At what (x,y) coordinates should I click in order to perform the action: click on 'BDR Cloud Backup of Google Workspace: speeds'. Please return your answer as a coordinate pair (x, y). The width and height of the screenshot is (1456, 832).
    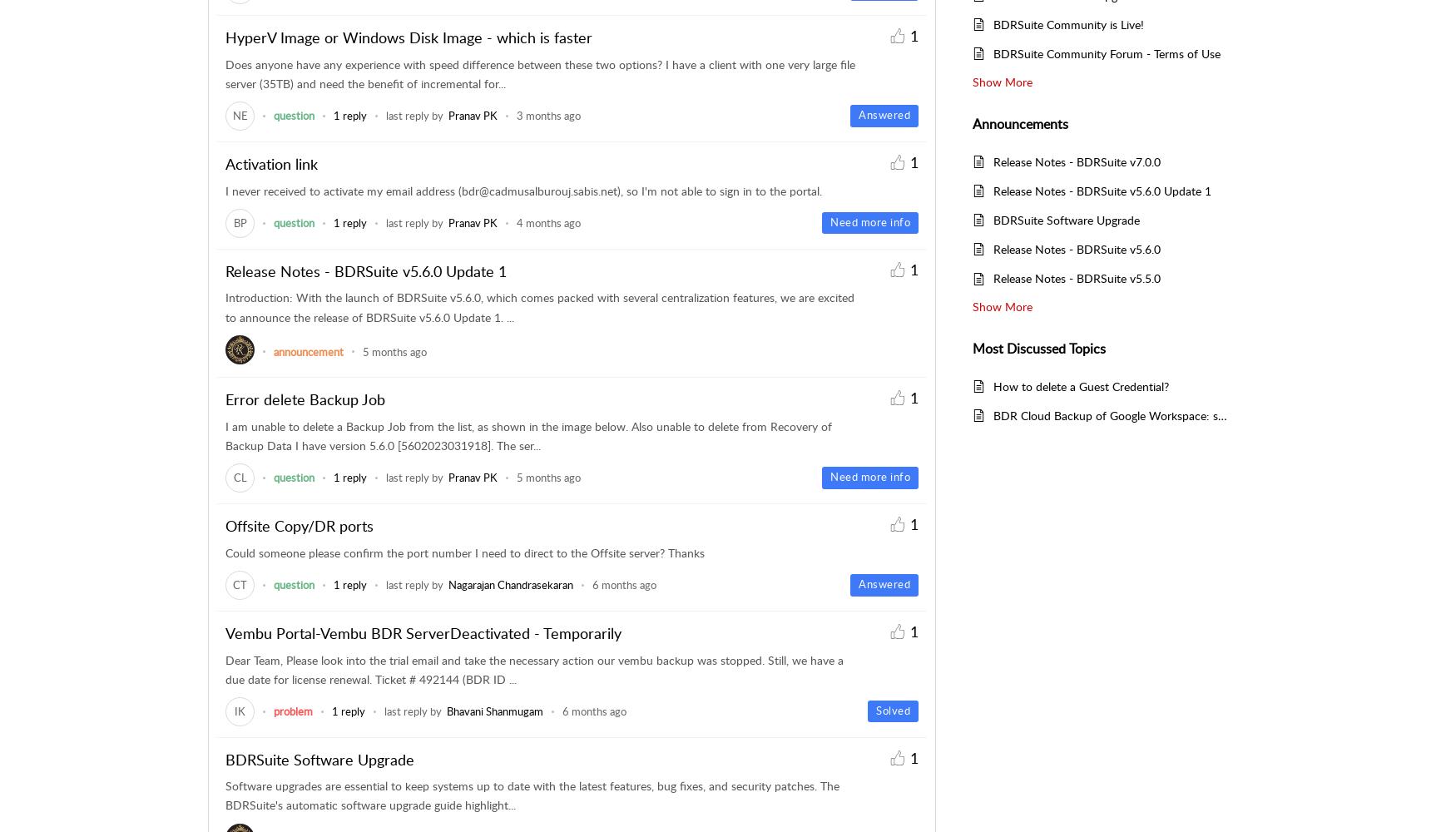
    Looking at the image, I should click on (1120, 414).